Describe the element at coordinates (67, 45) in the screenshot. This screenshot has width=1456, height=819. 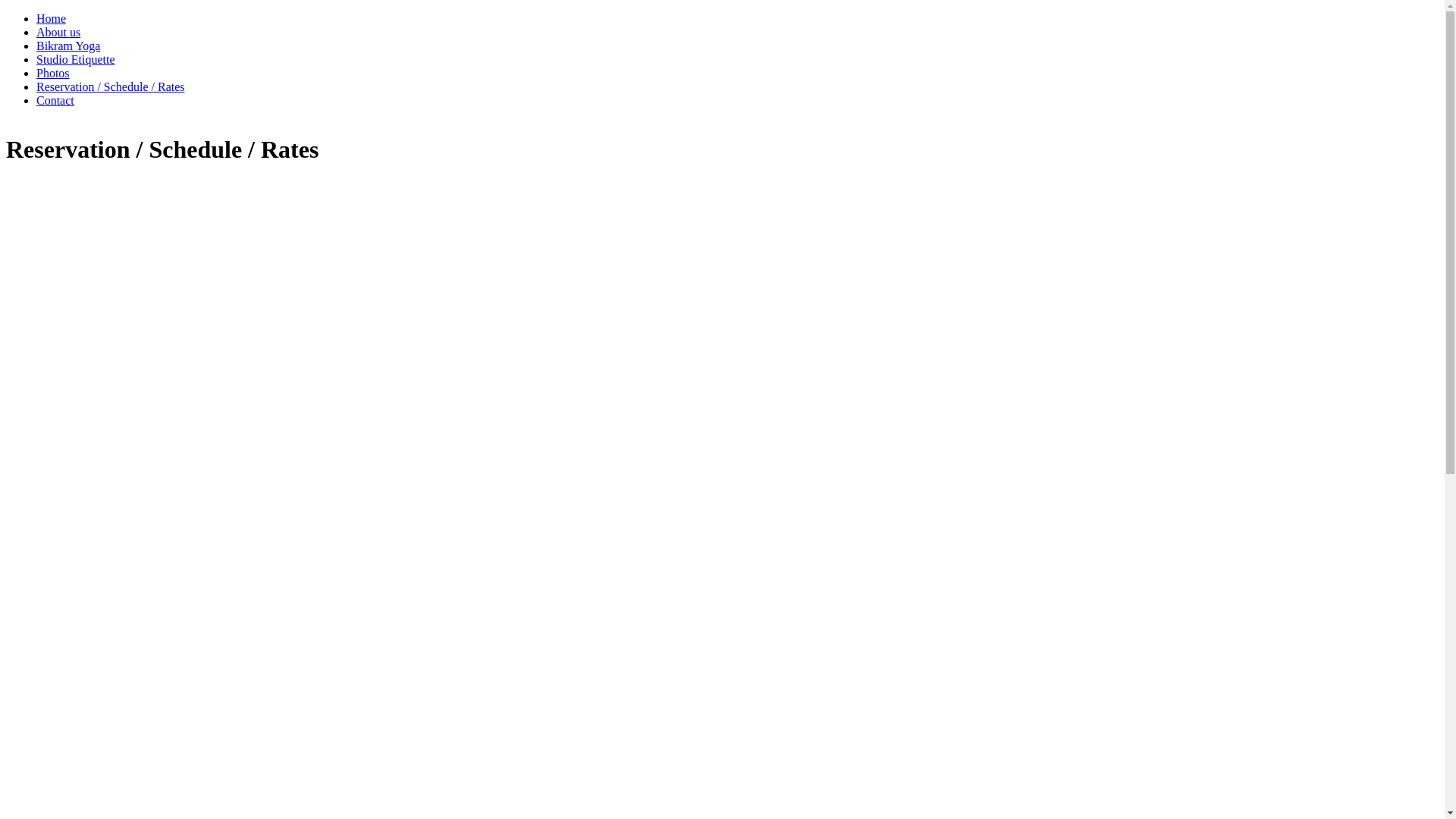
I see `'Bikram Yoga'` at that location.